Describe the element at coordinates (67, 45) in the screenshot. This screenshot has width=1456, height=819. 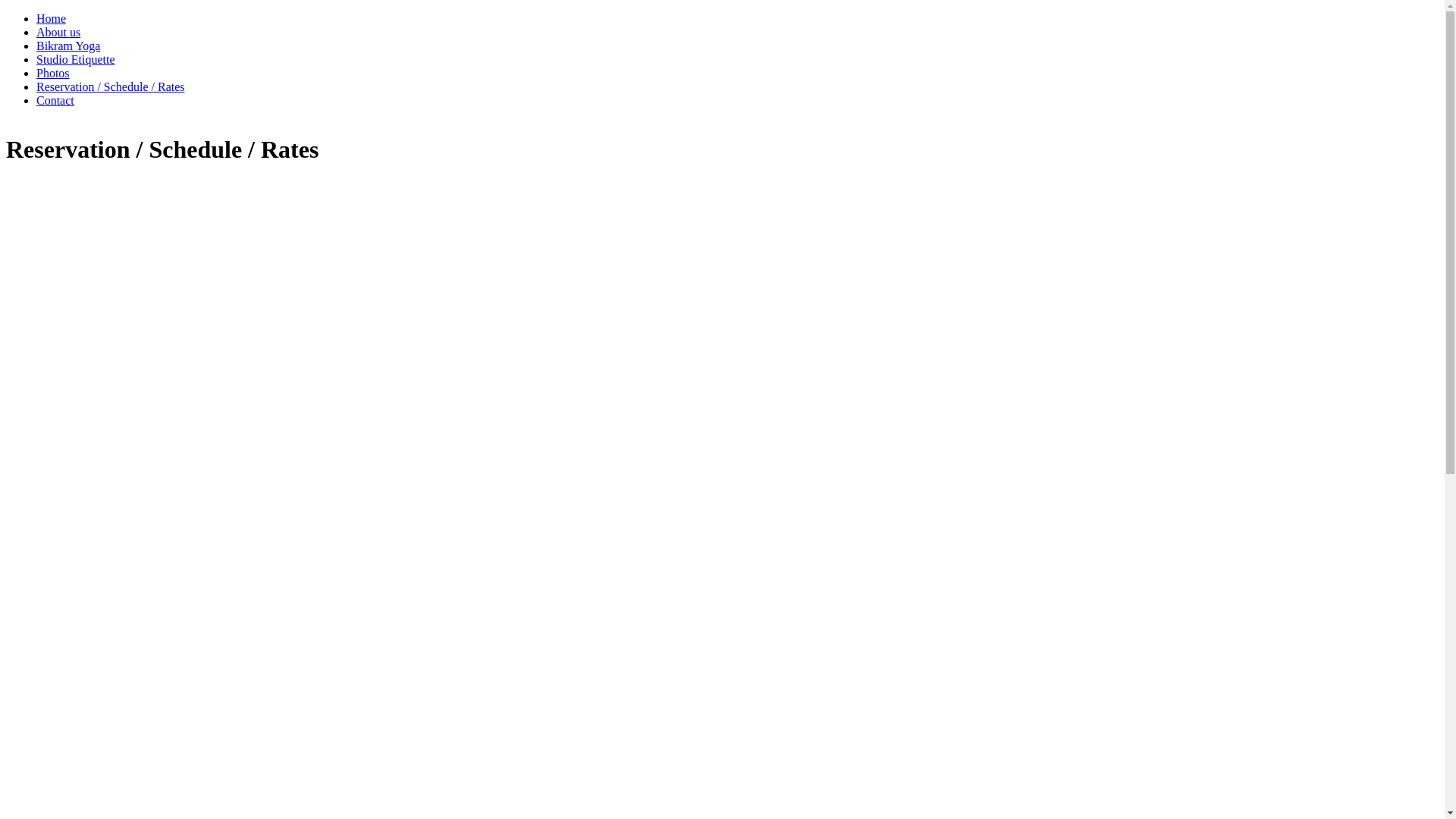
I see `'Bikram Yoga'` at that location.